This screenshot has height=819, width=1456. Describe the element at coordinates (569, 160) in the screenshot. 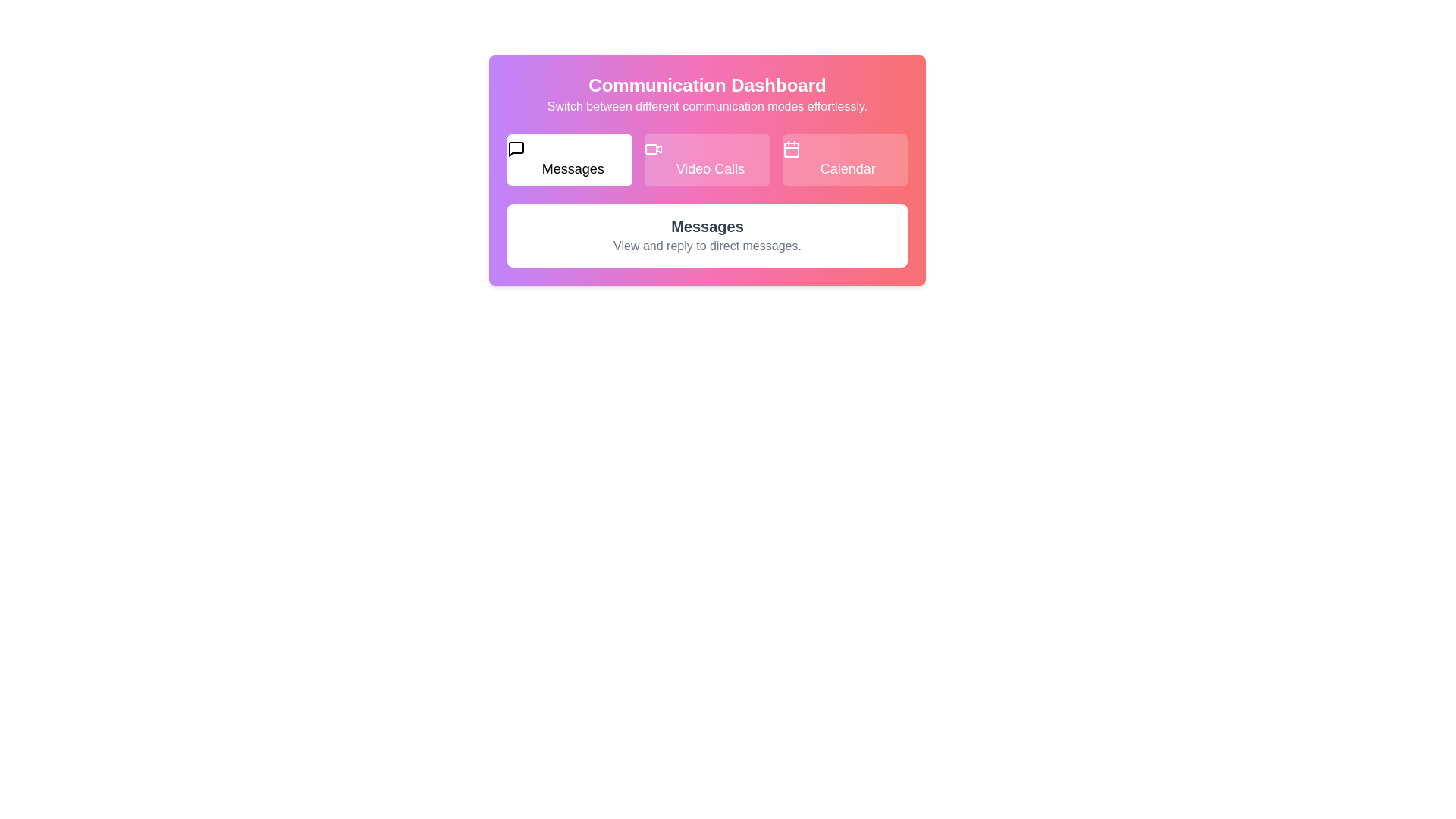

I see `the Messages tab to explore its content` at that location.